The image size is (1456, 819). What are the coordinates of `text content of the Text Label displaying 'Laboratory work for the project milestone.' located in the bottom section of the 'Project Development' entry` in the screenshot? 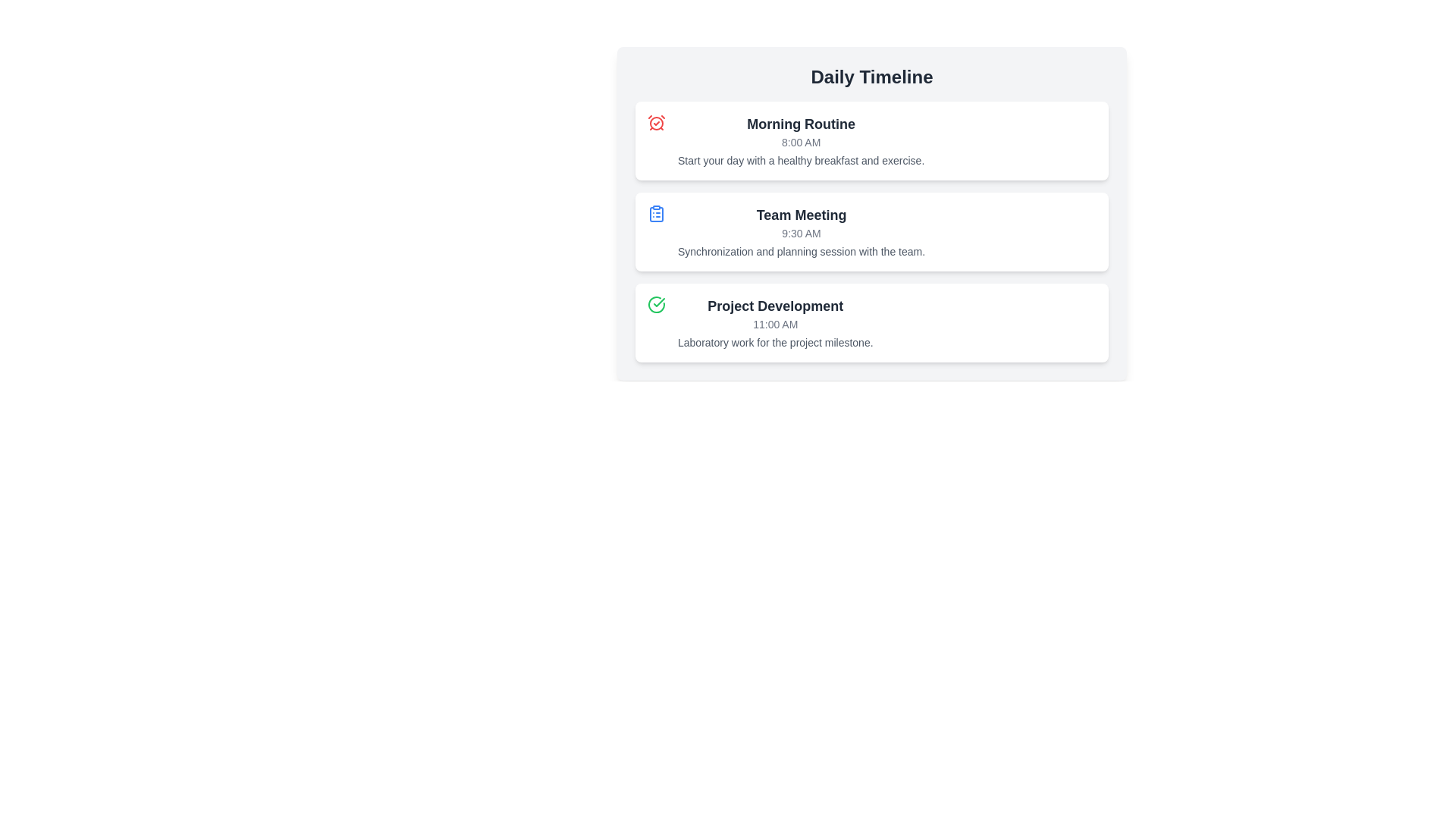 It's located at (775, 342).